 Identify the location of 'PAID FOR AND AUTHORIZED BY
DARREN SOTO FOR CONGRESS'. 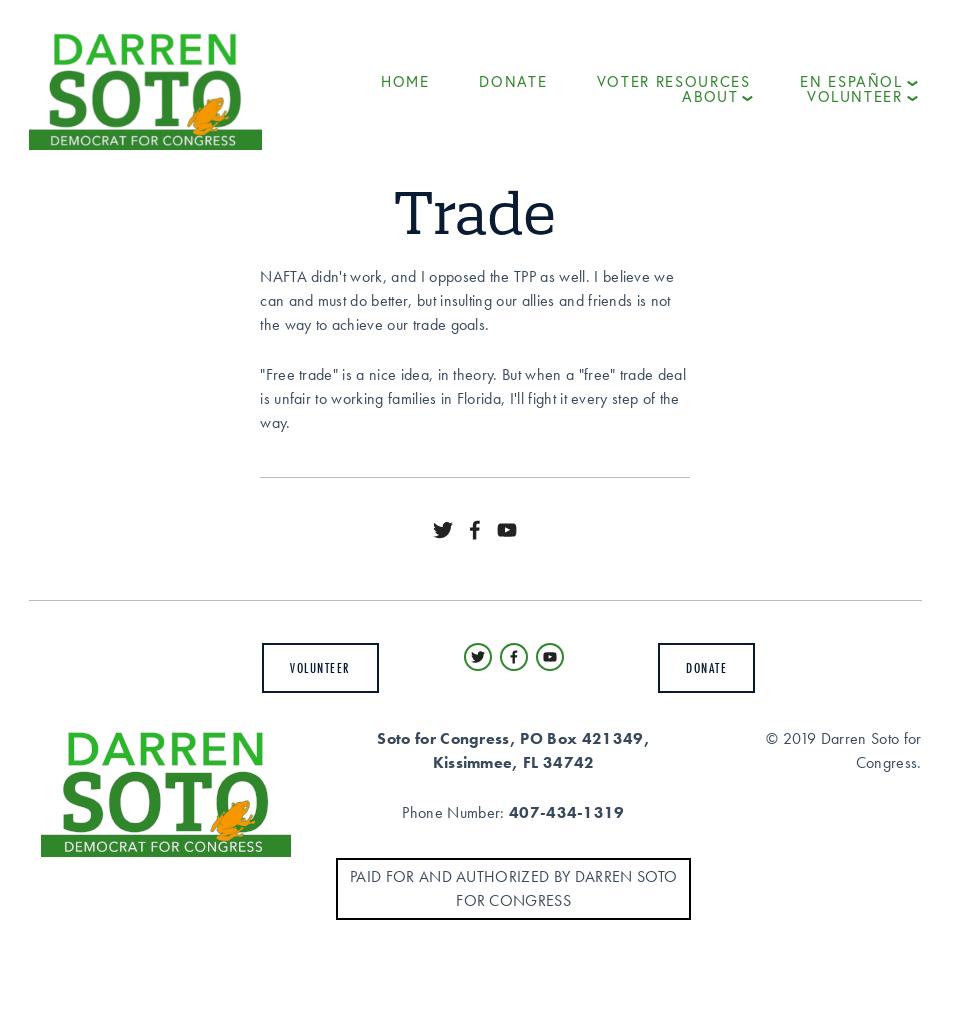
(512, 886).